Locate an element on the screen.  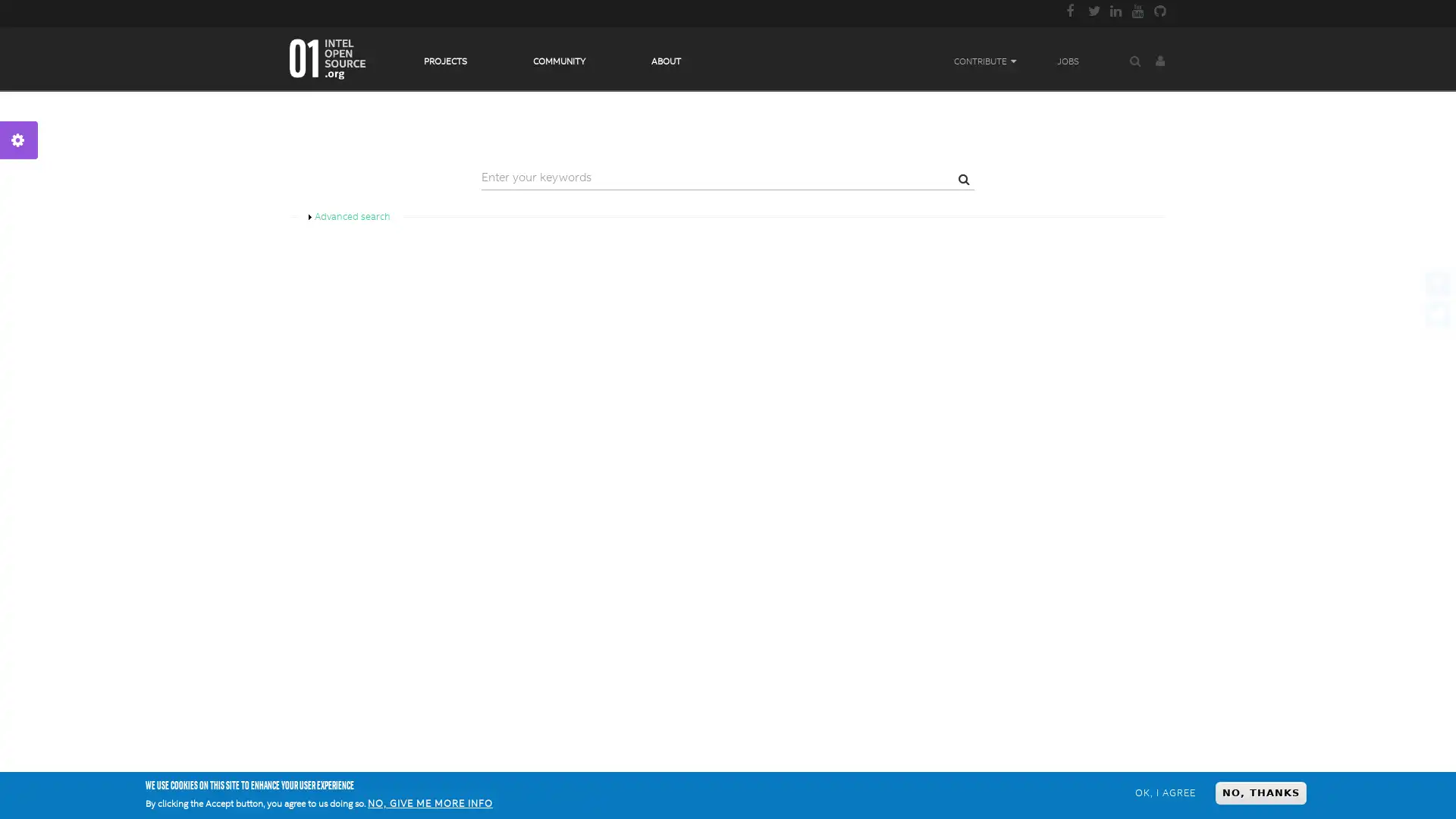
OK, I AGREE is located at coordinates (1164, 792).